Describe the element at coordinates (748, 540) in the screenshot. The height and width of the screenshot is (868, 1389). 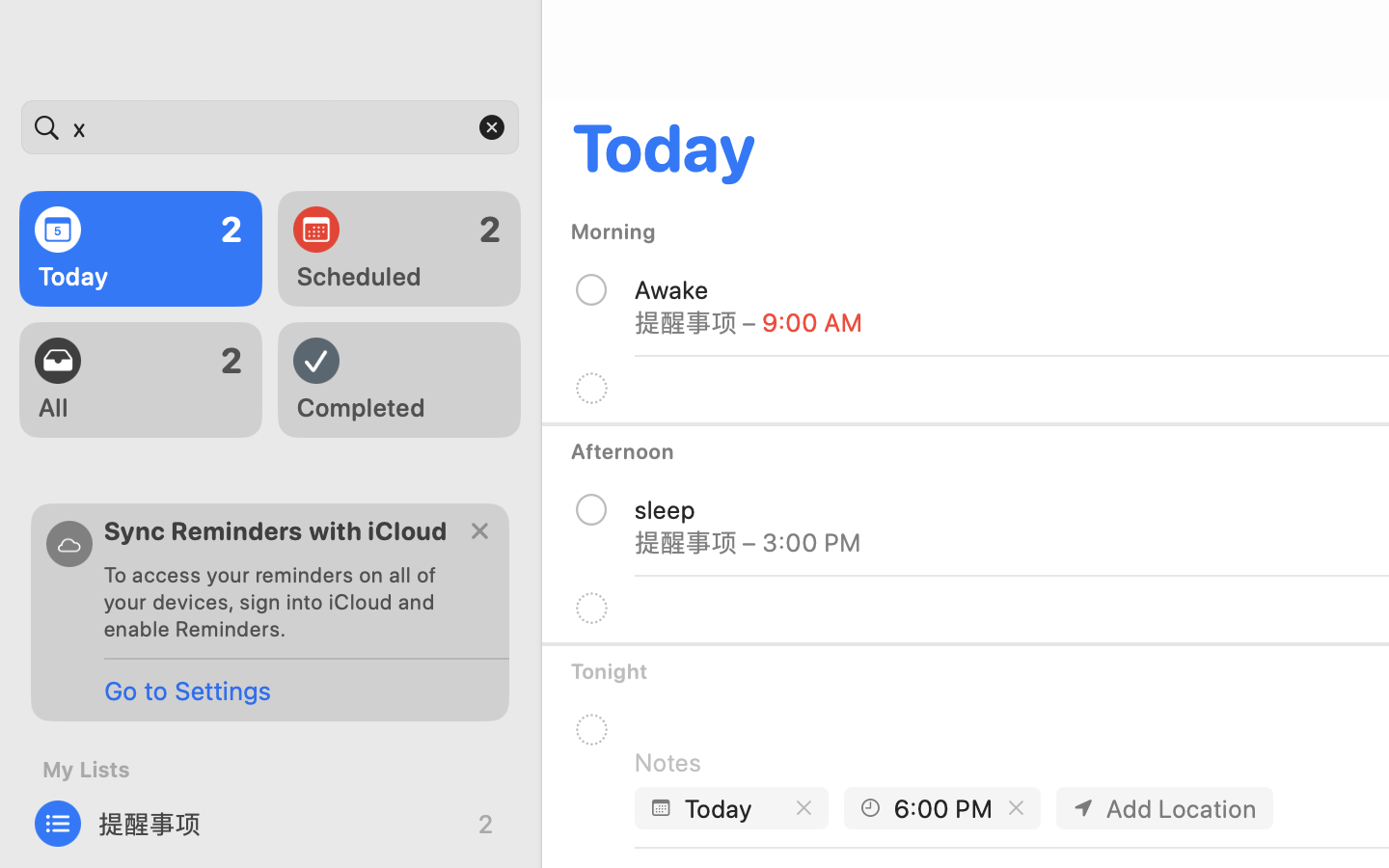
I see `'提醒事项 – 3:00 PM'` at that location.